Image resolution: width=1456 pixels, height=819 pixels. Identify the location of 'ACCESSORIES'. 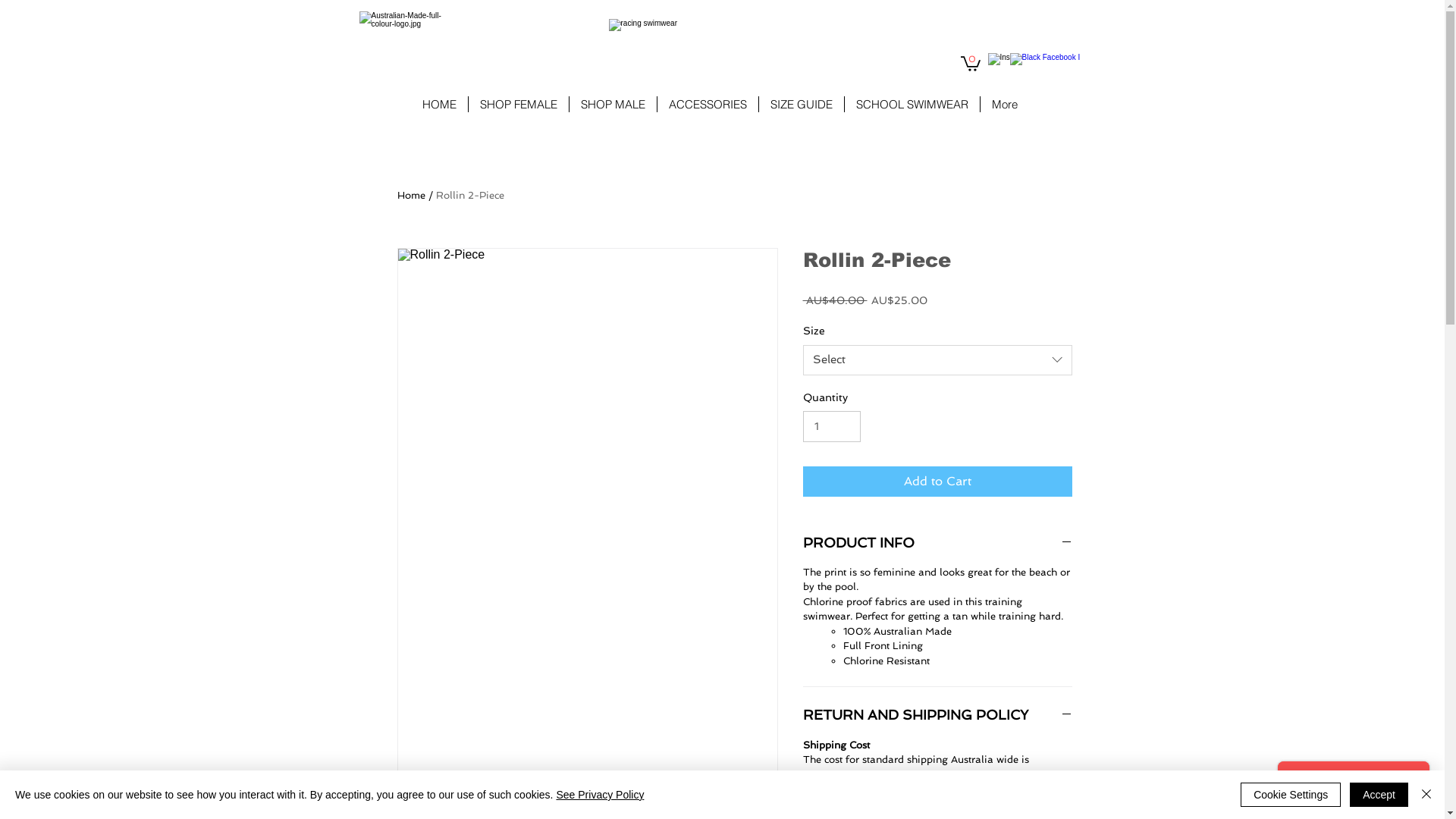
(706, 103).